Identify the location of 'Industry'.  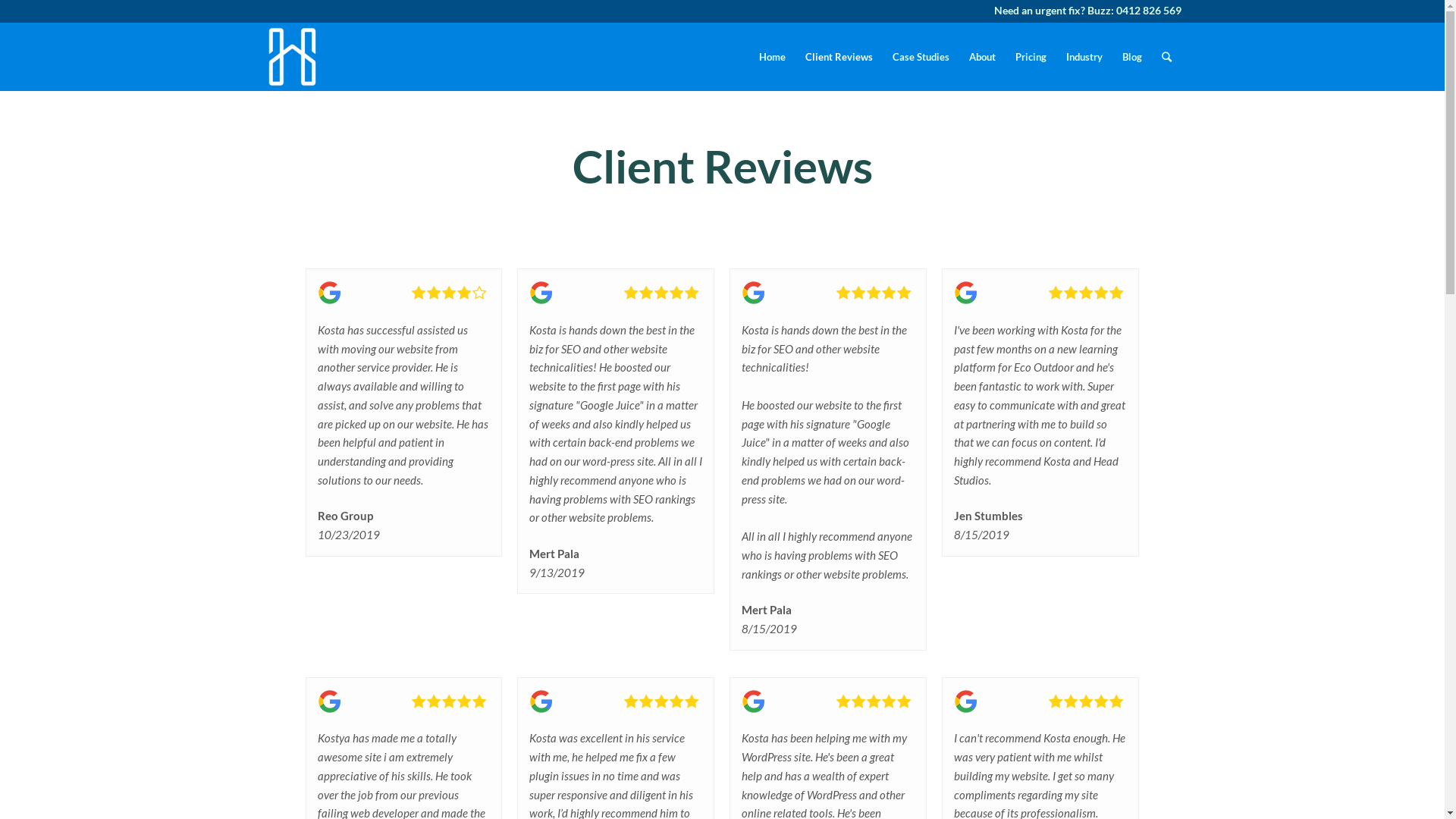
(1055, 55).